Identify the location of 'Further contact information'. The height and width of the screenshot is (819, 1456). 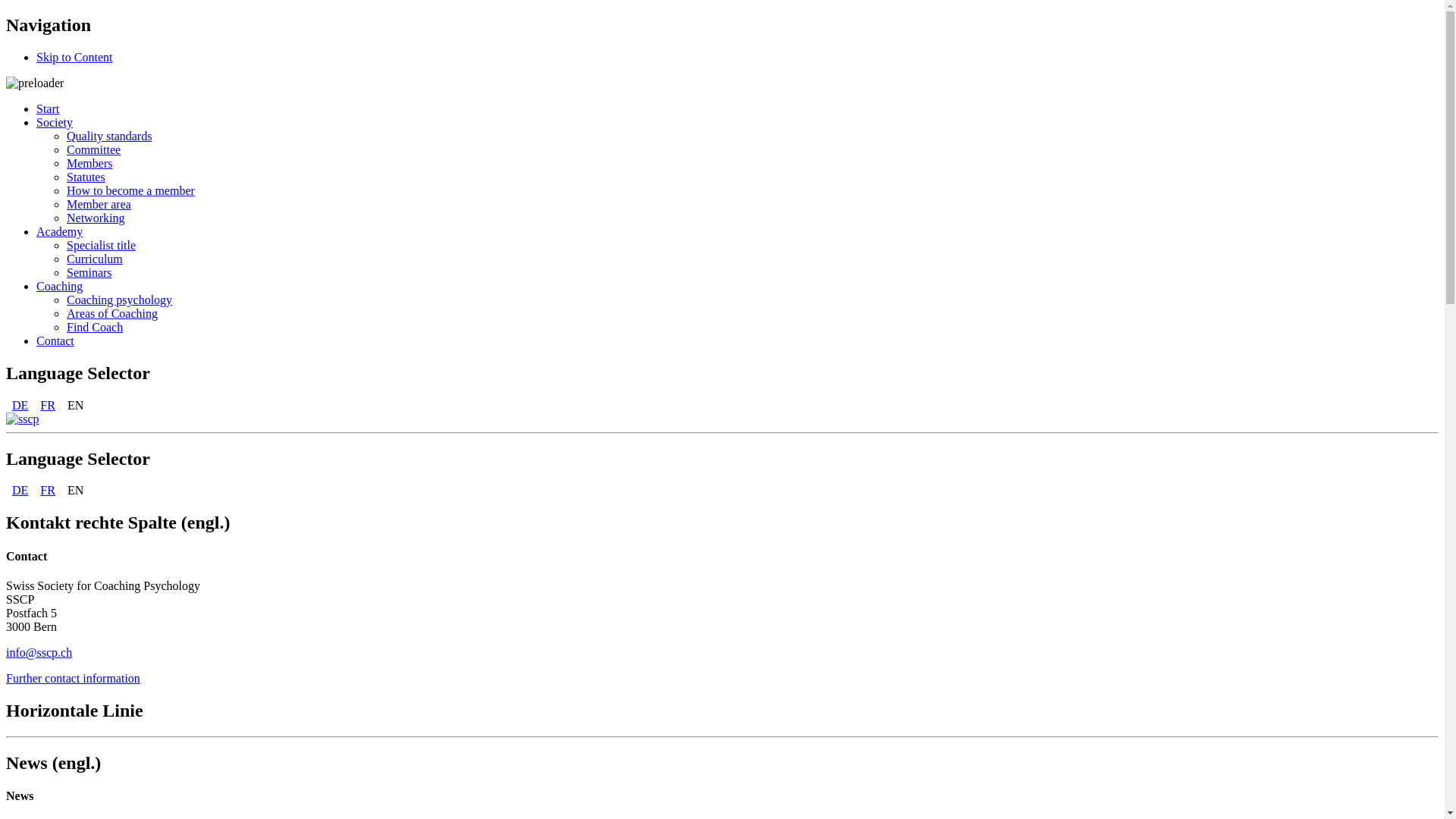
(72, 677).